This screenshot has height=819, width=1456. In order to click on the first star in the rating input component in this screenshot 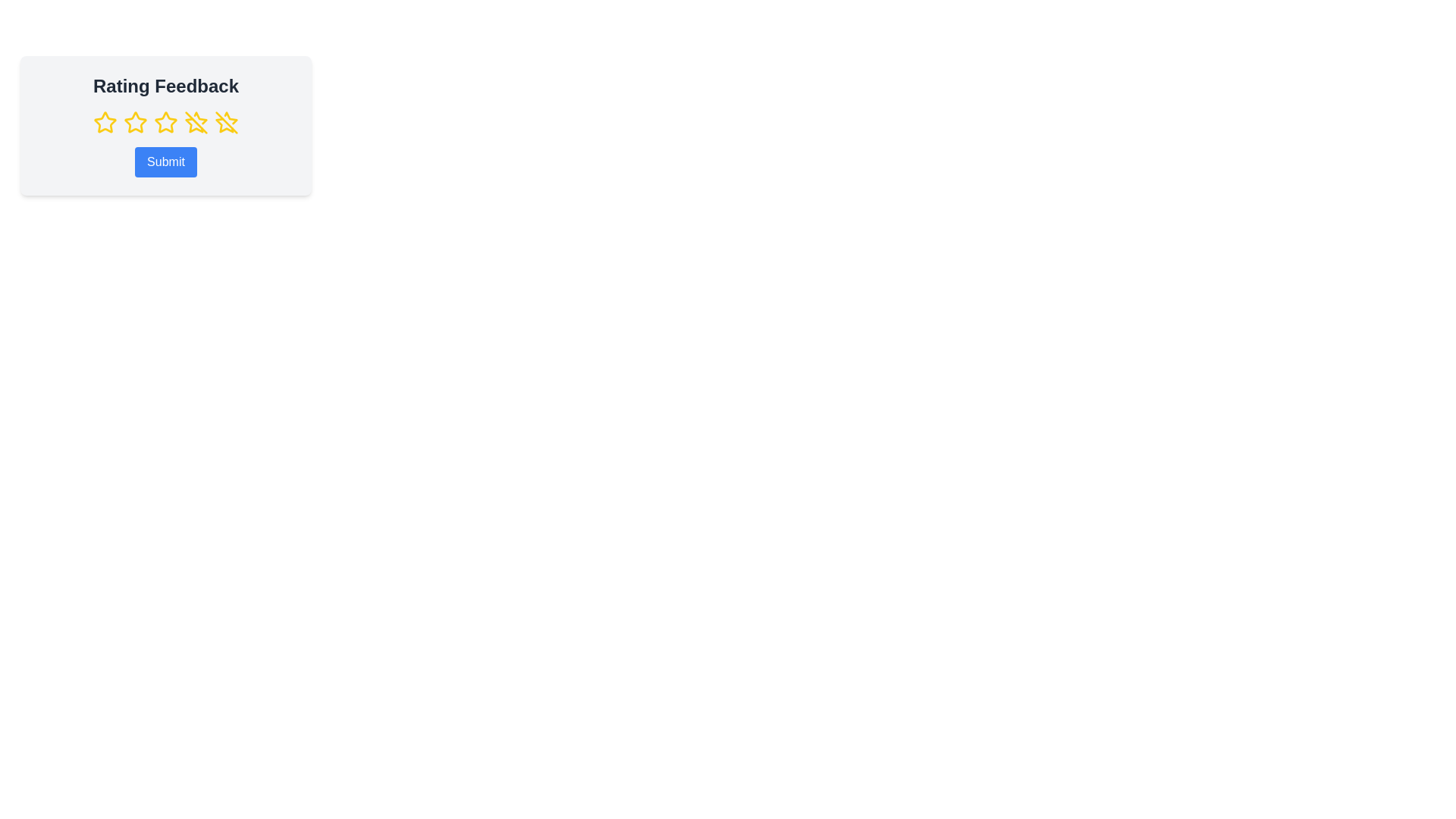, I will do `click(105, 121)`.